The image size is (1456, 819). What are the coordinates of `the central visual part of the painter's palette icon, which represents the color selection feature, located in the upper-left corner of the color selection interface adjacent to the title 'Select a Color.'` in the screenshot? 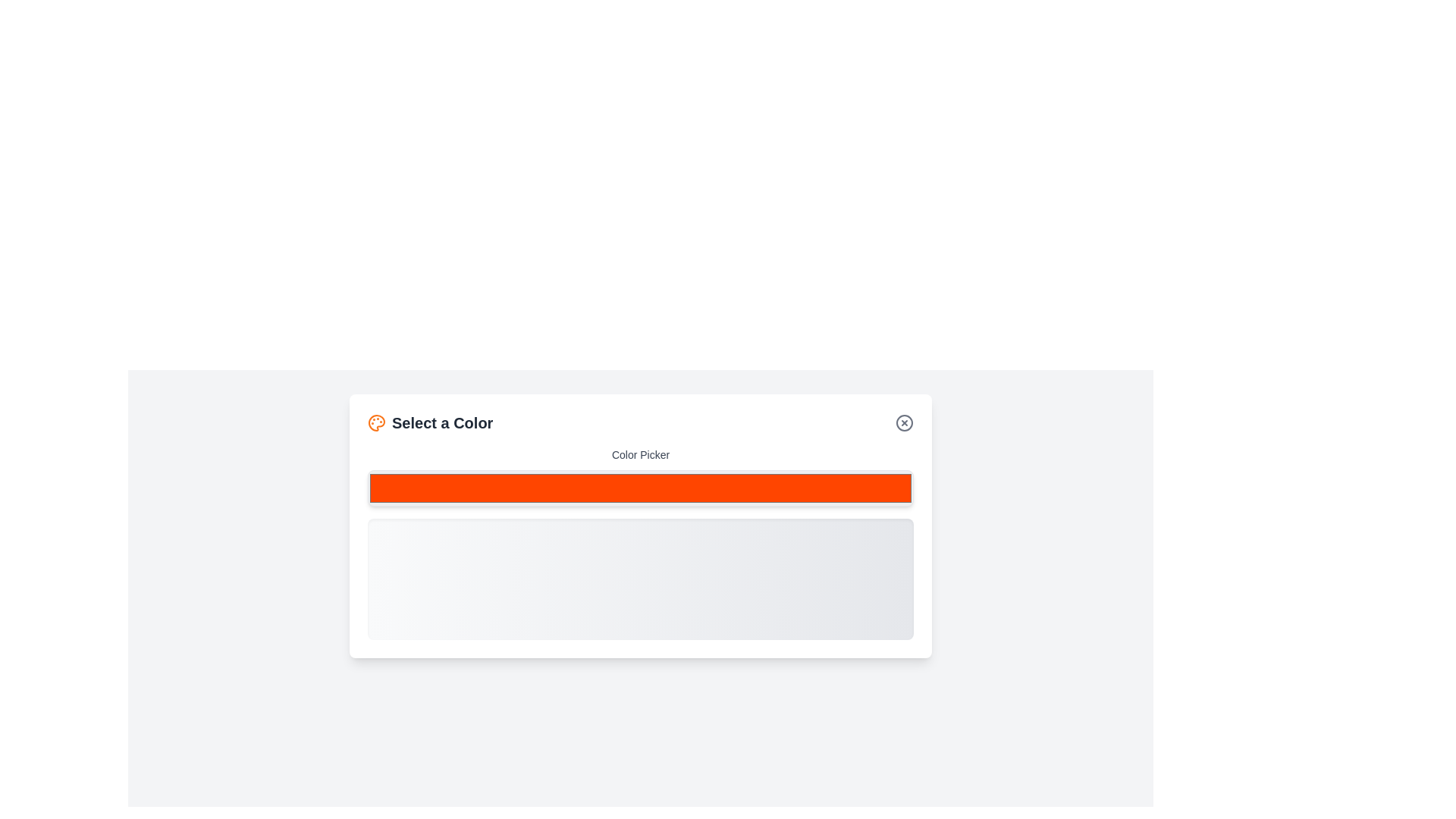 It's located at (377, 423).